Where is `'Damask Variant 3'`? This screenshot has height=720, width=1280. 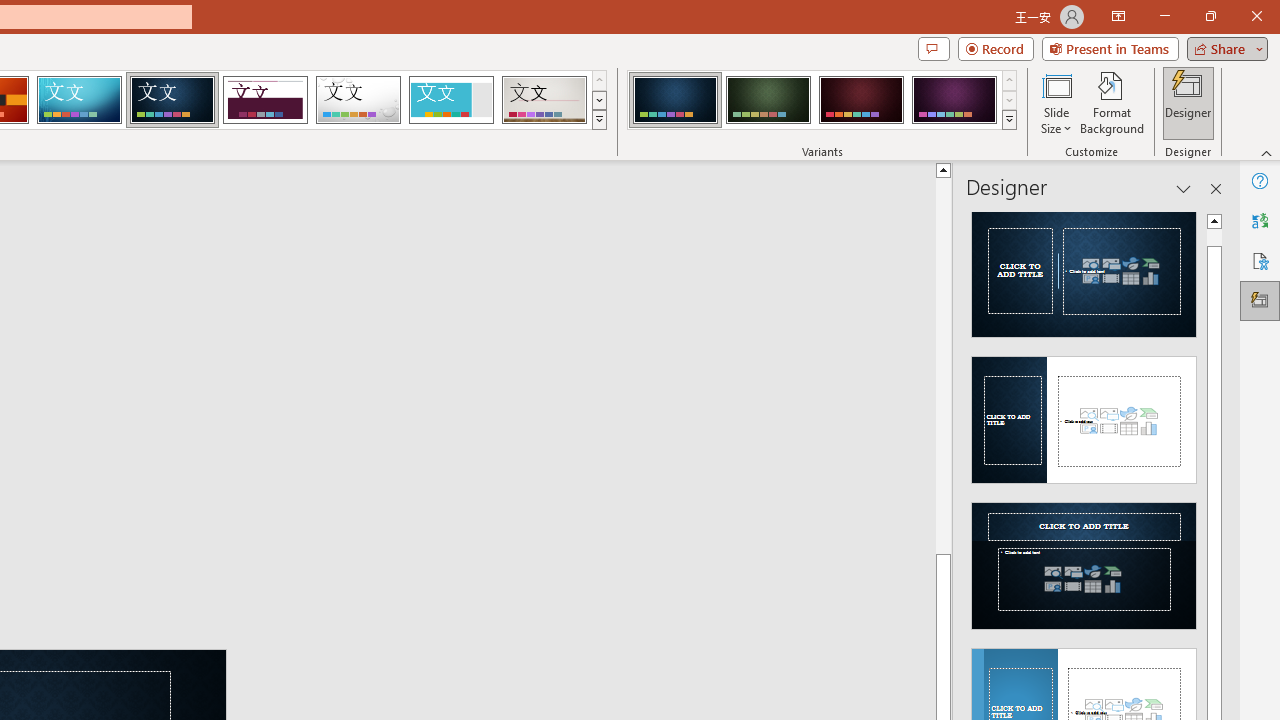 'Damask Variant 3' is located at coordinates (861, 100).